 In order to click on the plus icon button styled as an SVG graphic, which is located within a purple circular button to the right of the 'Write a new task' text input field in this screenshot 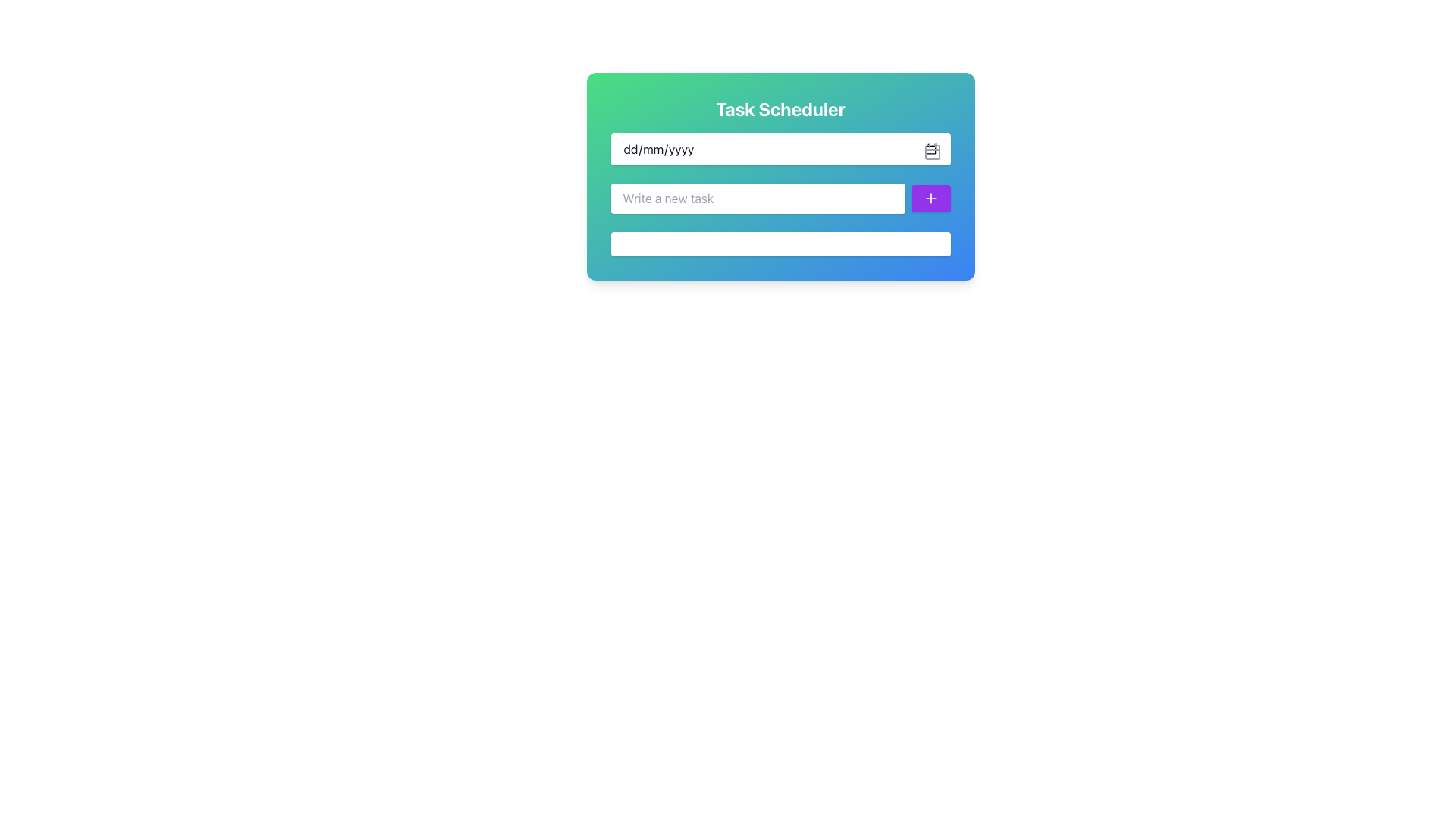, I will do `click(930, 198)`.